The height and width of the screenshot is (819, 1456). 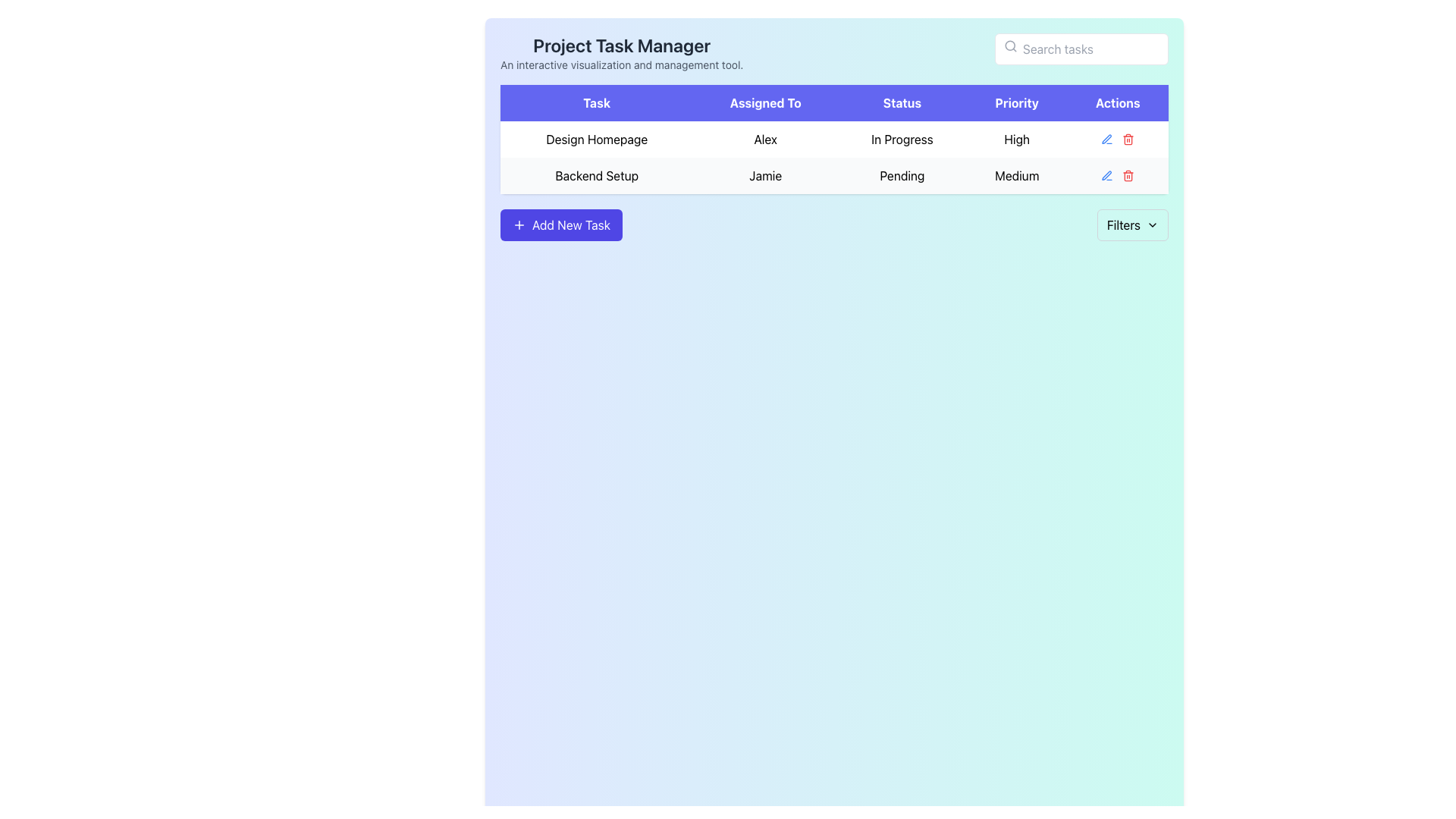 What do you see at coordinates (622, 45) in the screenshot?
I see `the static text label that serves as the header or title of the application interface, located near the top-left corner above the descriptive text` at bounding box center [622, 45].